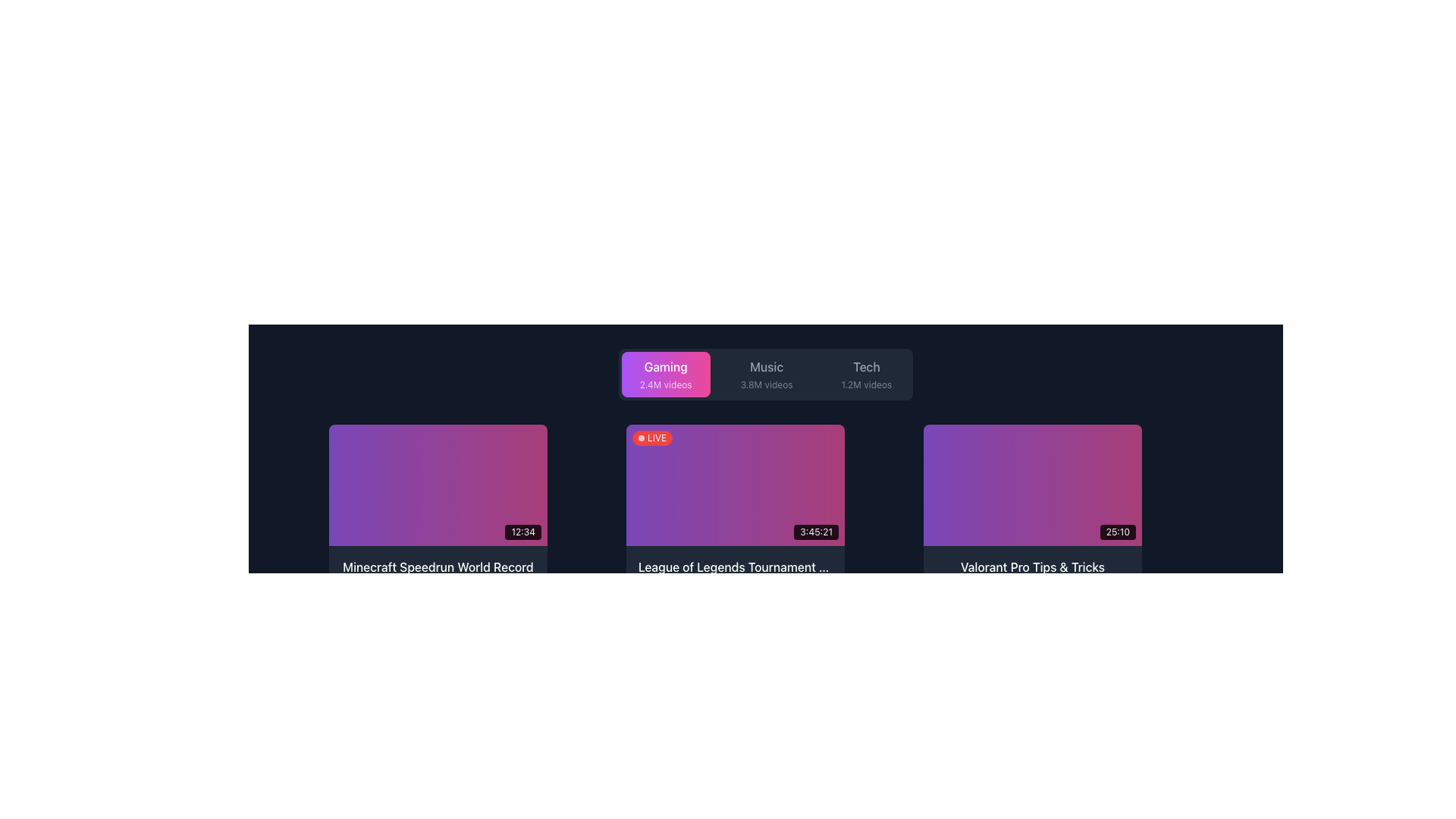 The height and width of the screenshot is (819, 1456). Describe the element at coordinates (735, 578) in the screenshot. I see `the textual display element that shows 'League of Legends Tournament Finals' with the value '850K' to trigger the tooltip or focus` at that location.